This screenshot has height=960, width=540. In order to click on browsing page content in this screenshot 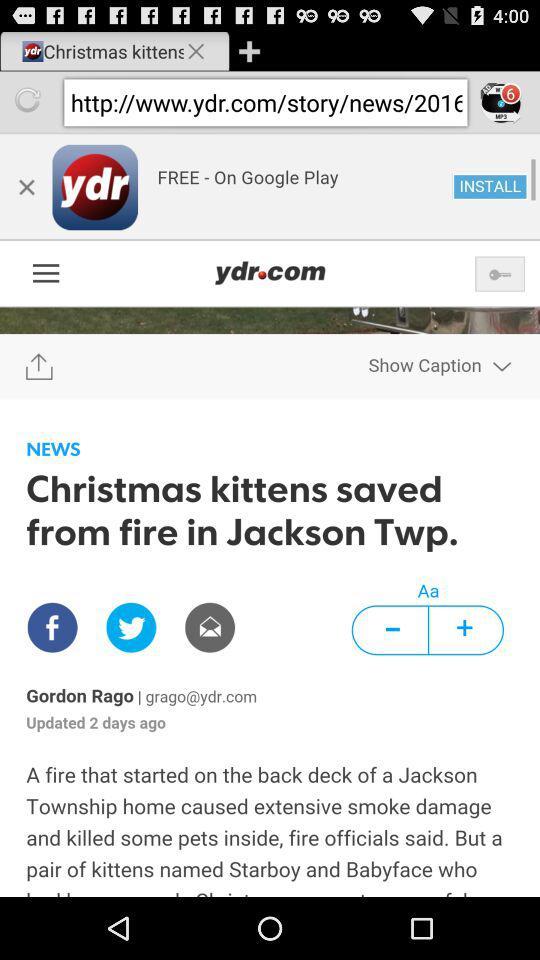, I will do `click(270, 514)`.